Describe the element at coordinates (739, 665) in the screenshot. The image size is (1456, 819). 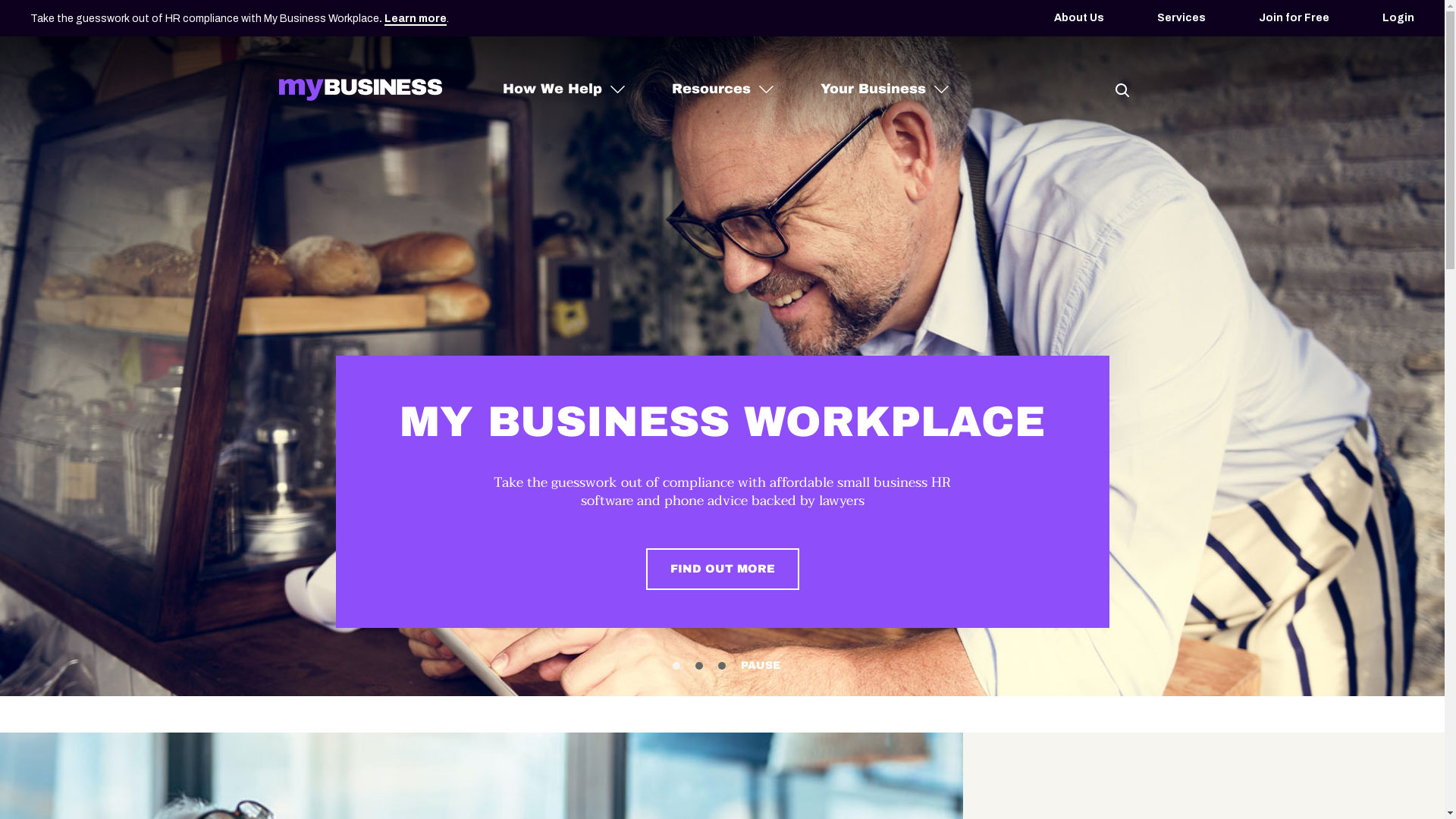
I see `'PAUSE'` at that location.